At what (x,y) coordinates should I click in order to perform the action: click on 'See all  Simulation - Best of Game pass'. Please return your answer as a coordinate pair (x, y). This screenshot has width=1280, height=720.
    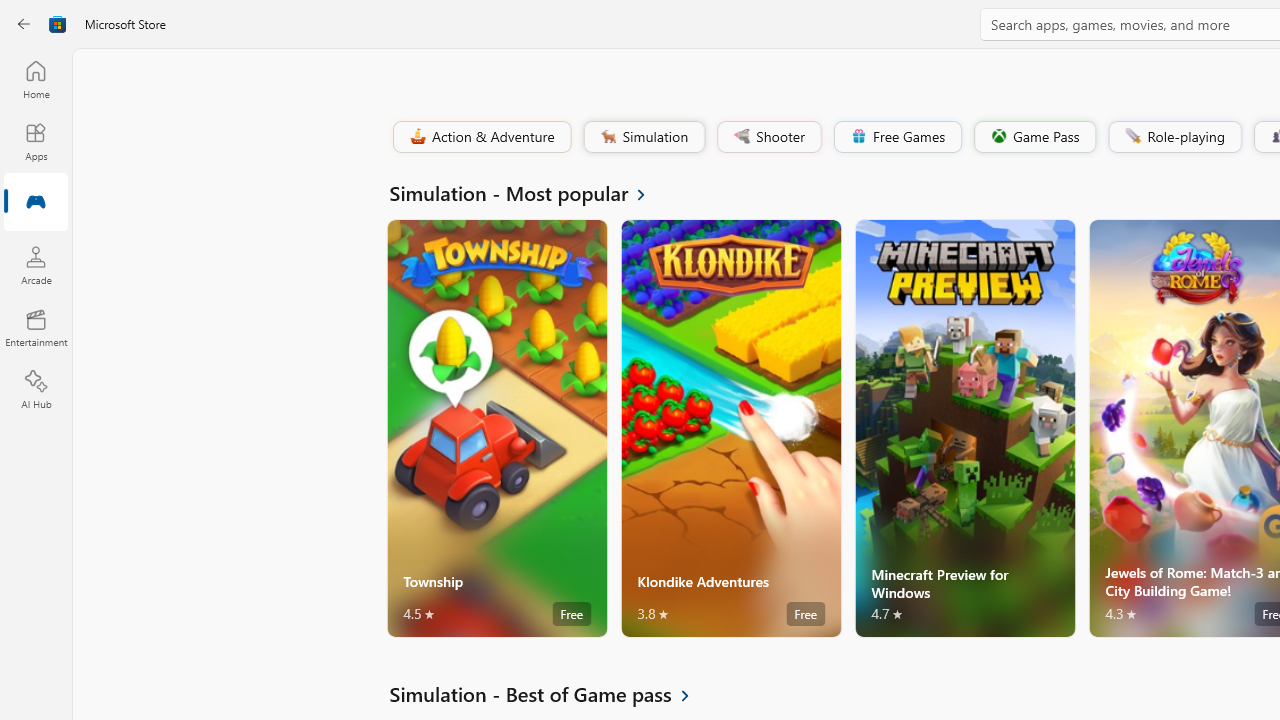
    Looking at the image, I should click on (551, 693).